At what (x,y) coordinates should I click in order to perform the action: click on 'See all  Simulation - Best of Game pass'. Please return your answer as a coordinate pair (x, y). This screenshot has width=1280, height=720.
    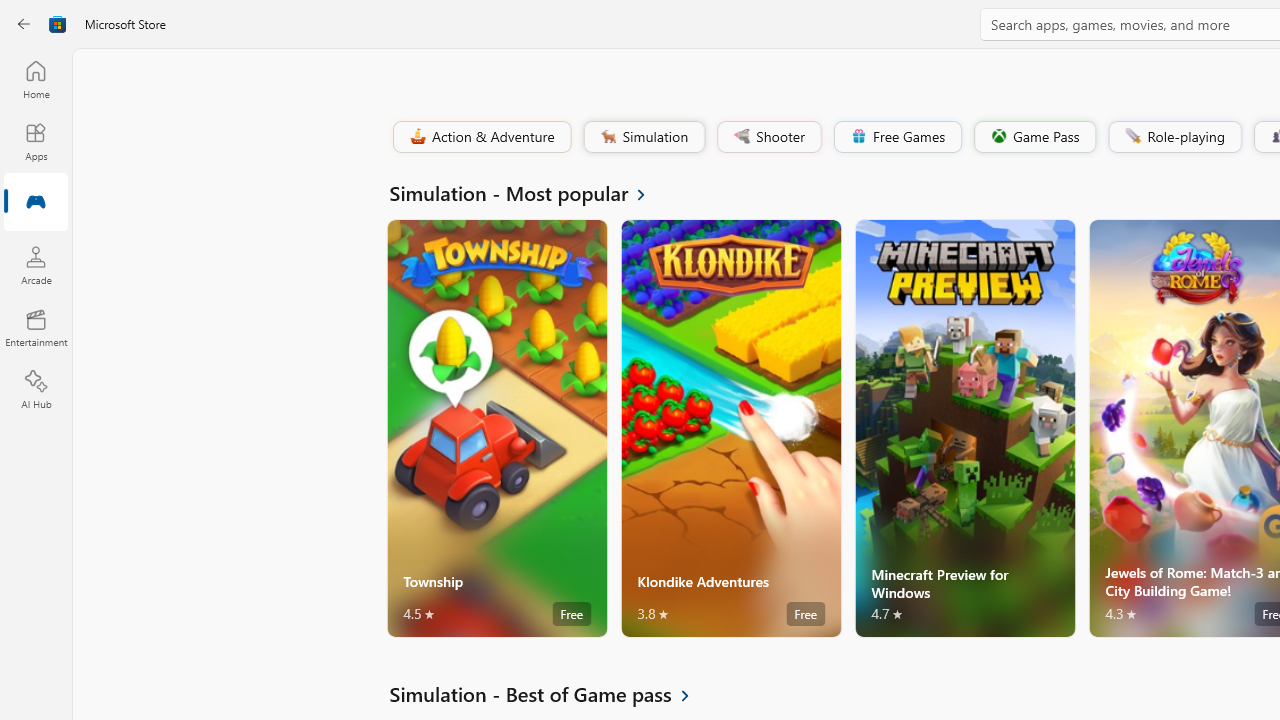
    Looking at the image, I should click on (551, 693).